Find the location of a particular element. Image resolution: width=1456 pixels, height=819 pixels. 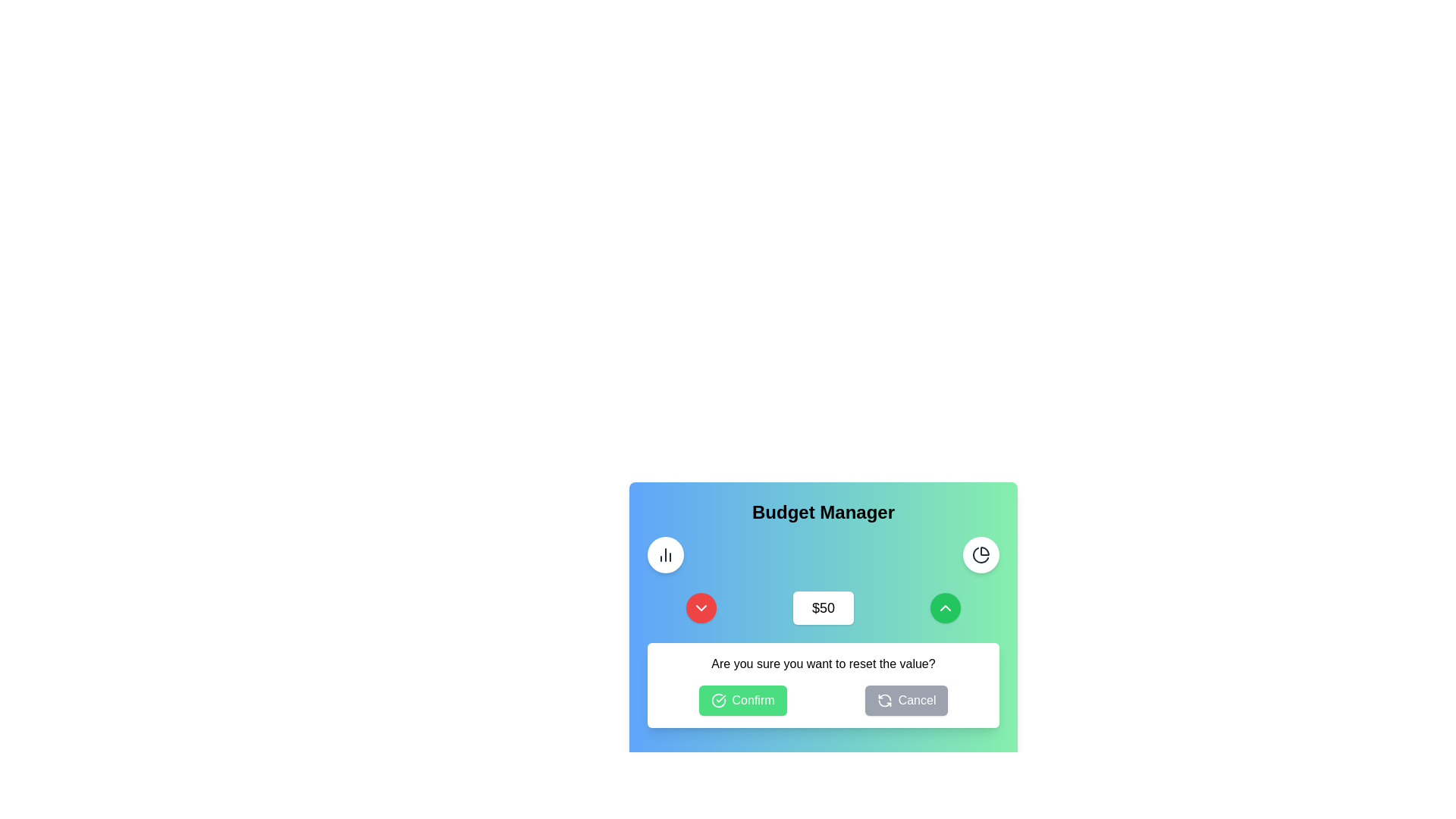

the pie chart icon located beneath the 'Budget Manager' title is located at coordinates (981, 555).